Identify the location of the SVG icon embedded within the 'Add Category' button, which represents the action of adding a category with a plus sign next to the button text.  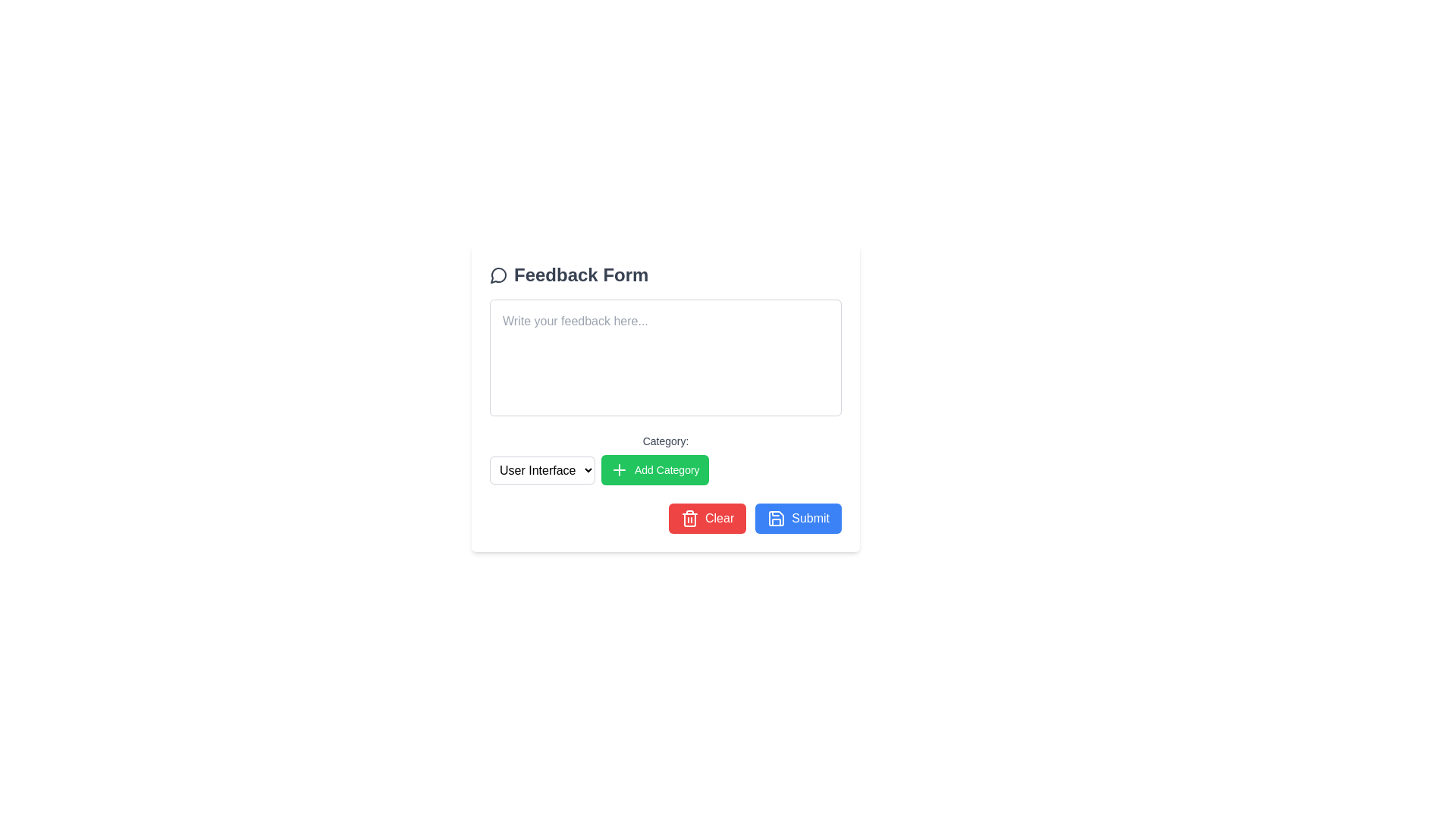
(619, 469).